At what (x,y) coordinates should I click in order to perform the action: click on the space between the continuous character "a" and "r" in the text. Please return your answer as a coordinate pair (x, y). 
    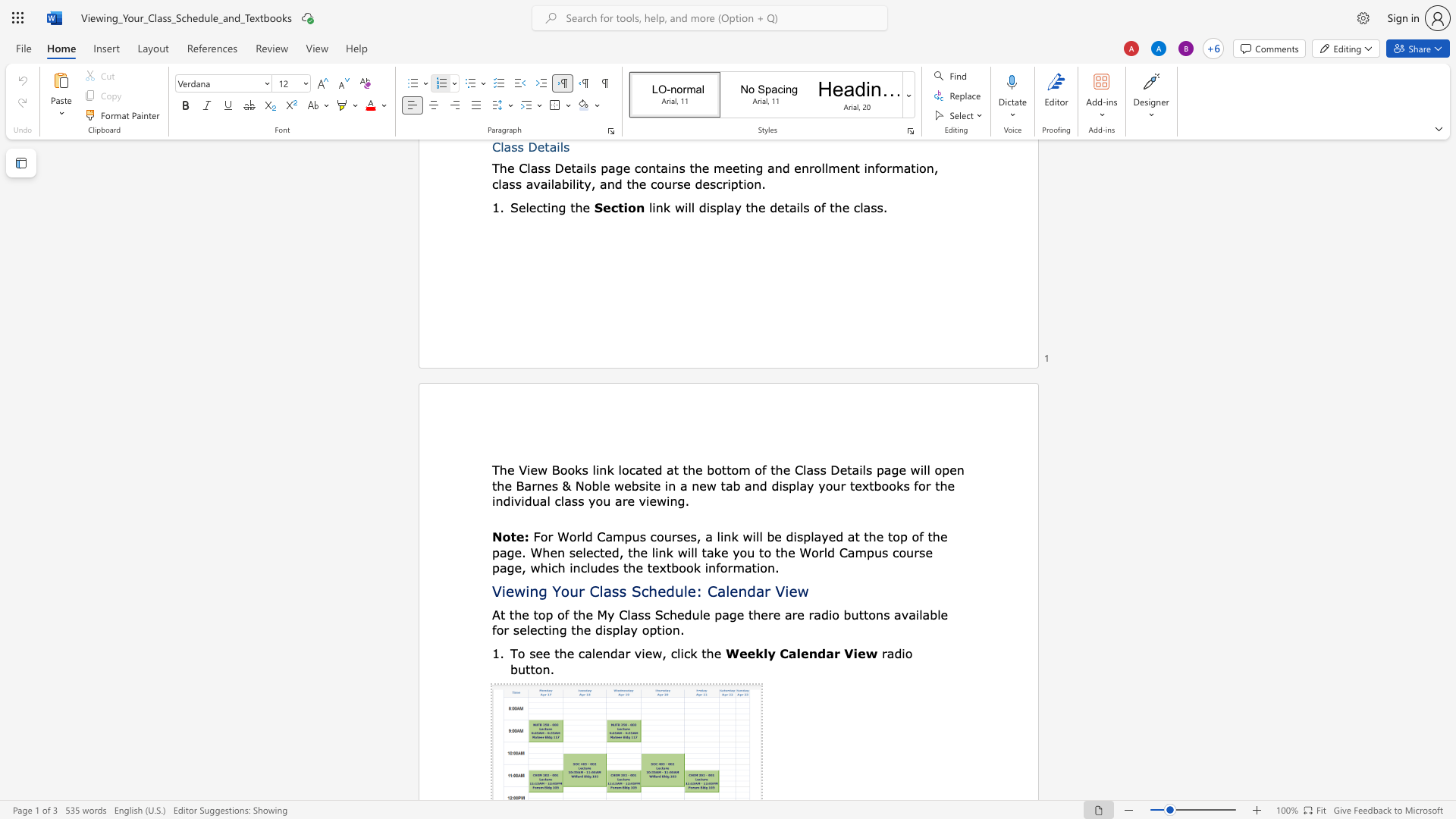
    Looking at the image, I should click on (624, 652).